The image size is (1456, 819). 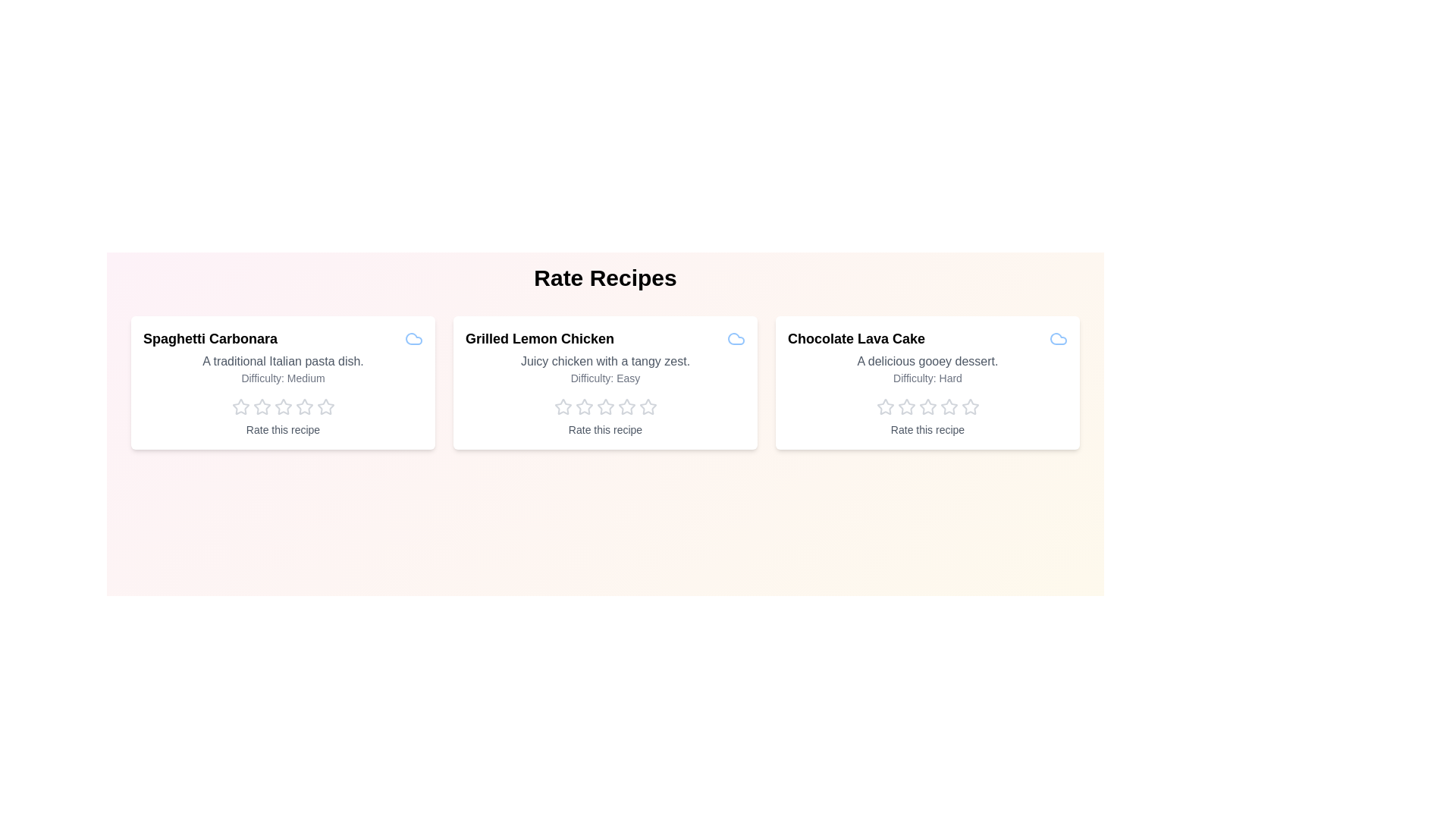 What do you see at coordinates (1058, 338) in the screenshot?
I see `the cloud icon for Chocolate Lava Cake to access additional features` at bounding box center [1058, 338].